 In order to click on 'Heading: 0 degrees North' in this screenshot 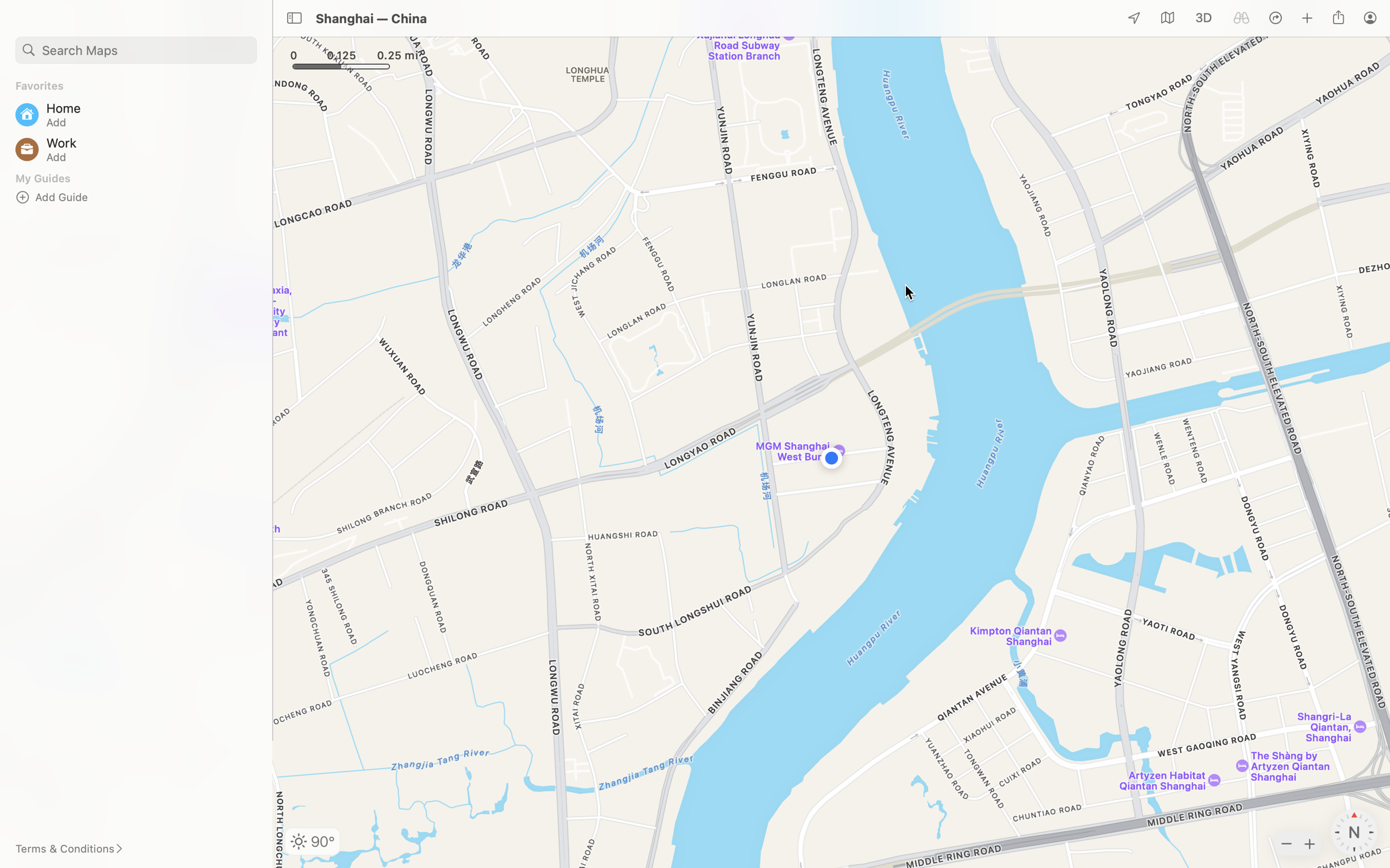, I will do `click(1353, 832)`.